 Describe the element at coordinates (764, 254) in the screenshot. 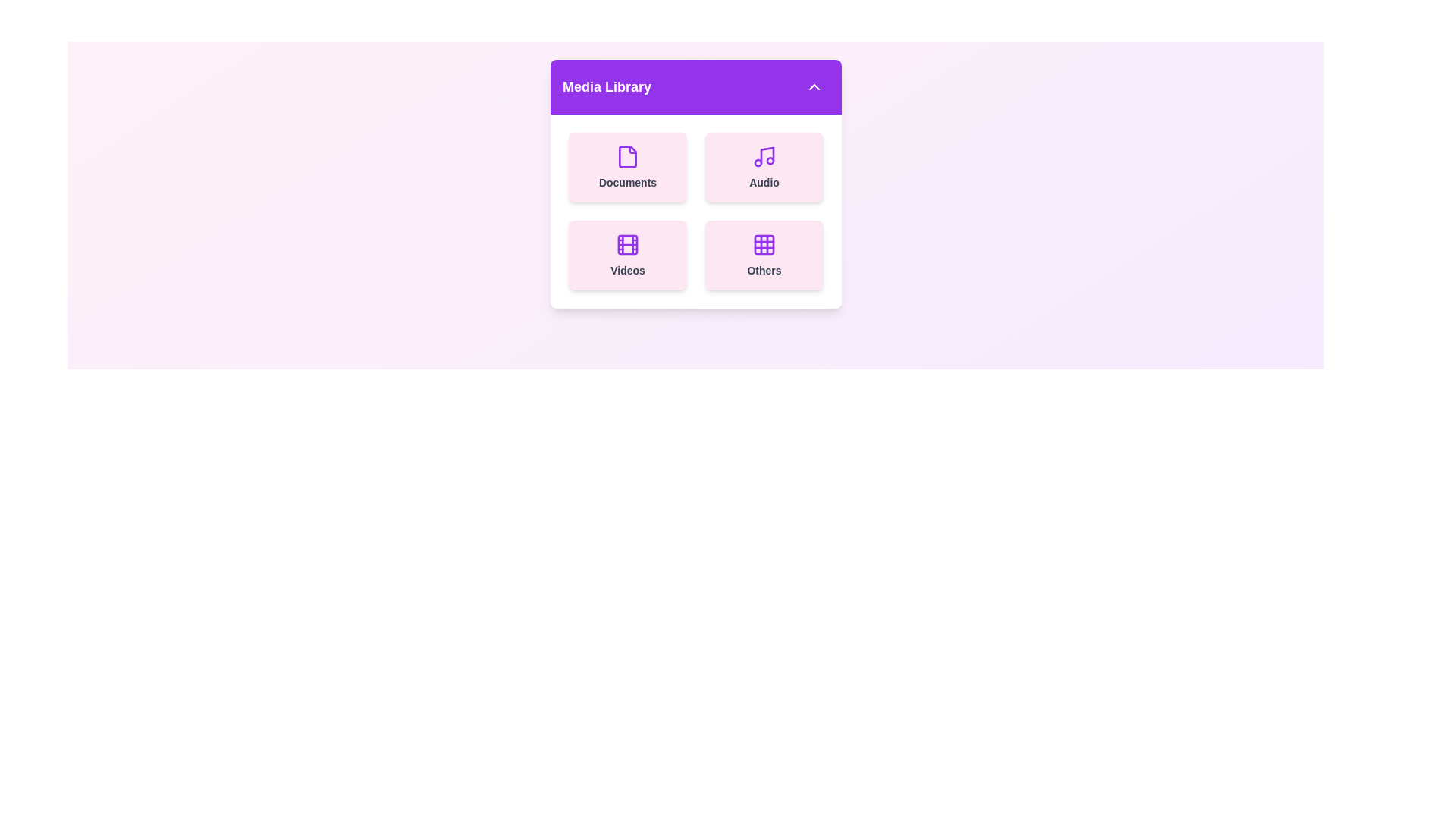

I see `the 'Others' card to select it` at that location.